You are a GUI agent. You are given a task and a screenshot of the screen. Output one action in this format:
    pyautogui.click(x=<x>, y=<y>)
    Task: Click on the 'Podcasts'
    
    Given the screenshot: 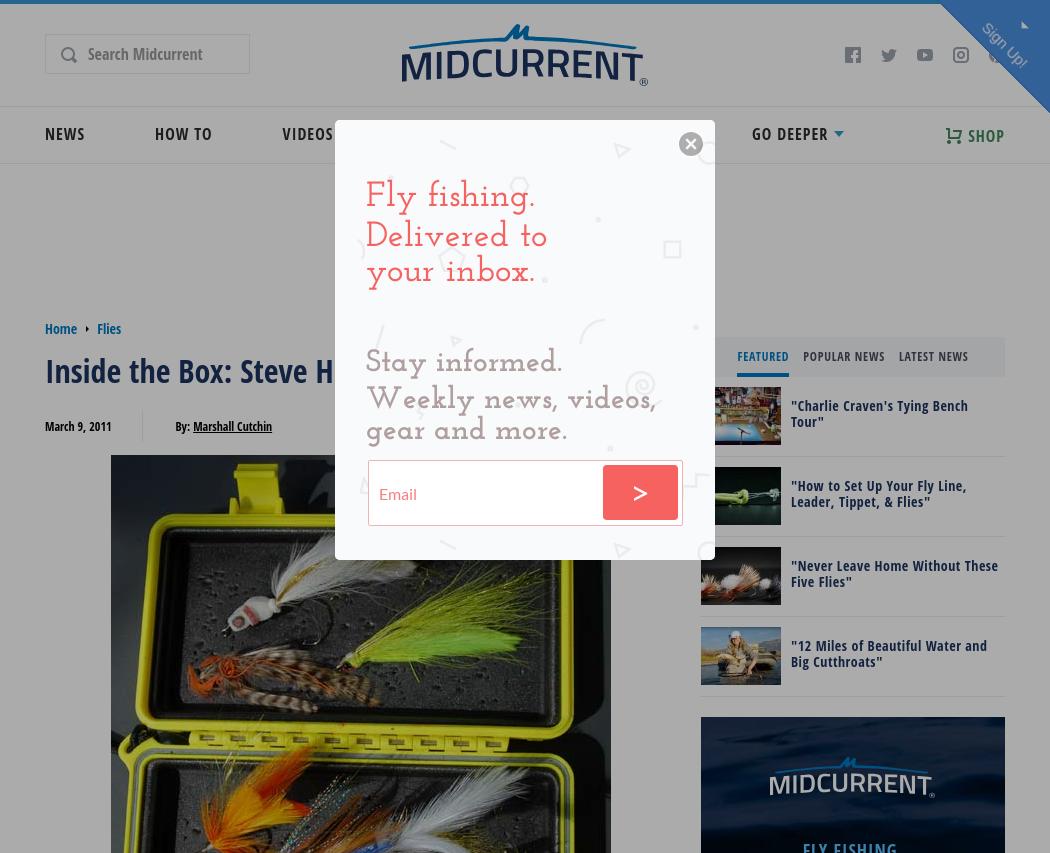 What is the action you would take?
    pyautogui.click(x=419, y=193)
    